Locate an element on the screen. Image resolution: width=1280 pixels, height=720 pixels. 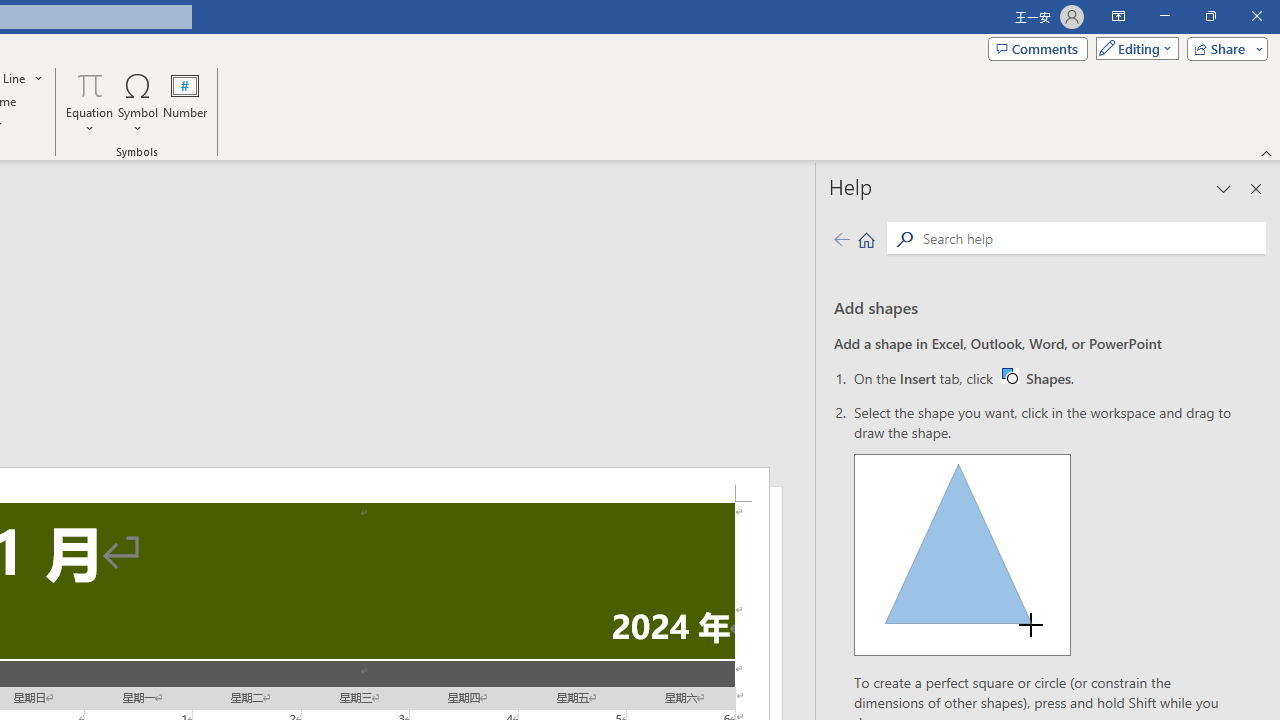
'Minimize' is located at coordinates (1164, 16).